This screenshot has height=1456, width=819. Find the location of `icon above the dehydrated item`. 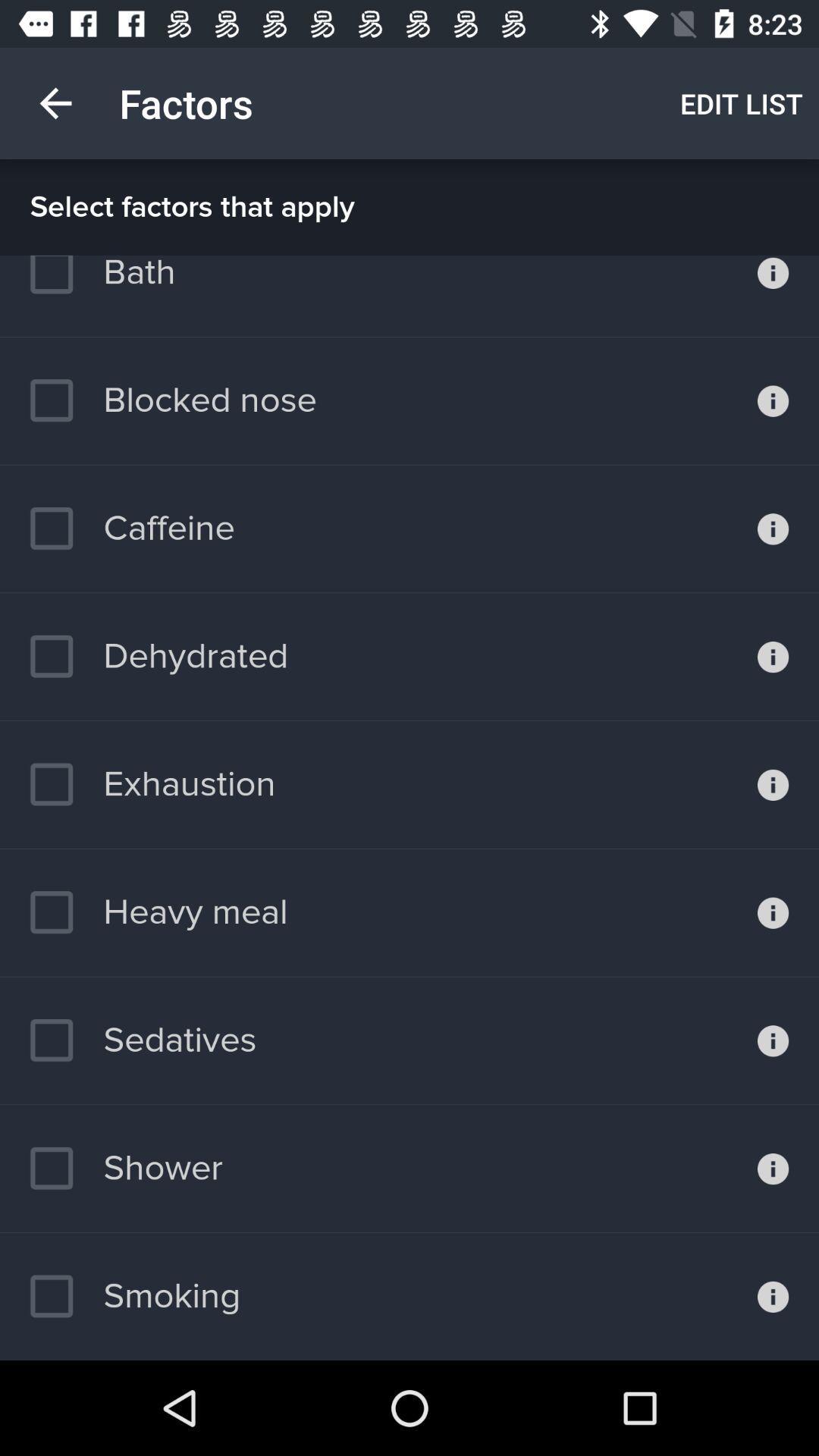

icon above the dehydrated item is located at coordinates (131, 529).